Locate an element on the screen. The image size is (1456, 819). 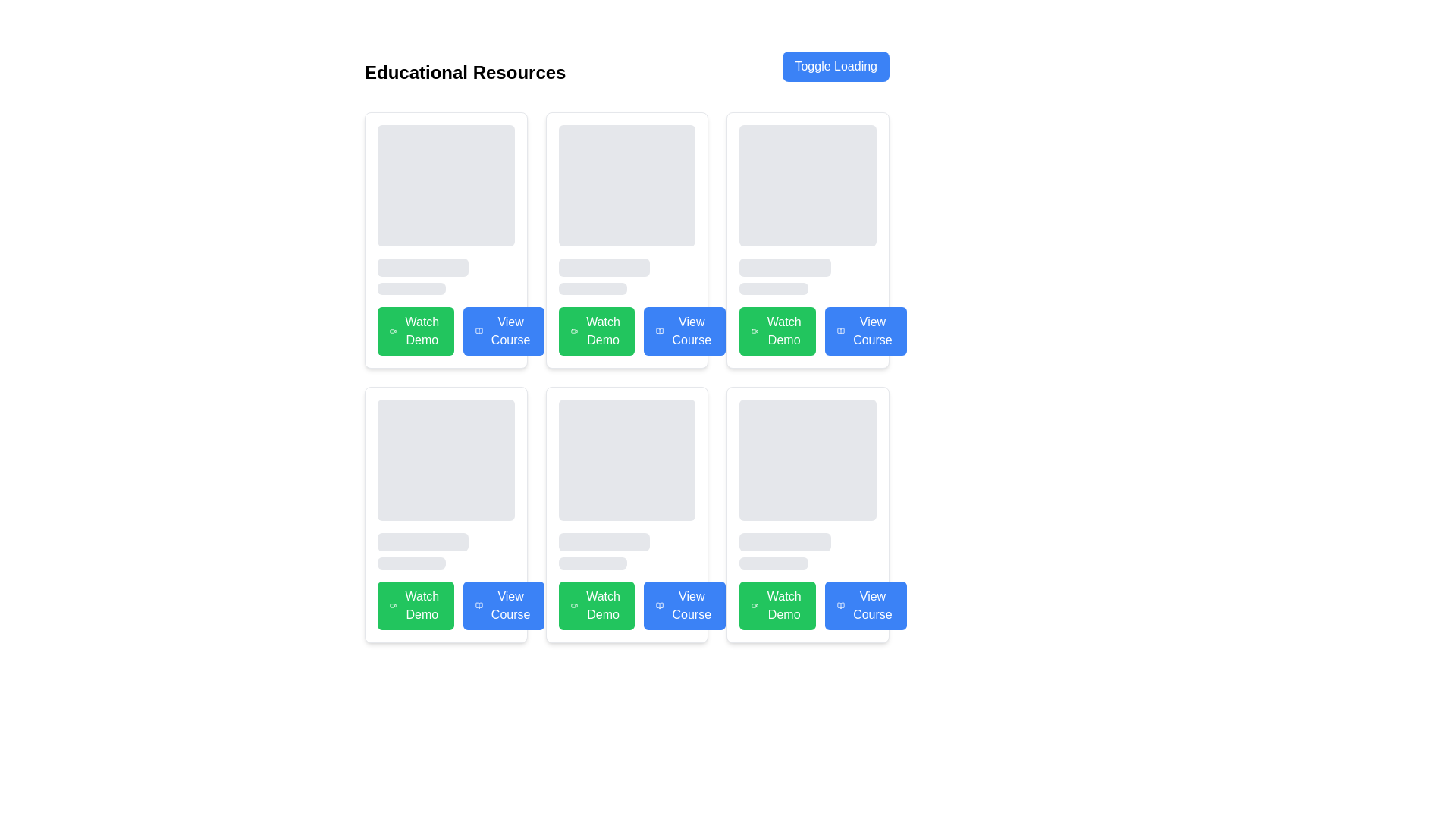
the demo video button located in the bottom-left corner of the top-left card, which is to the left of the 'View Course' button with a blue background is located at coordinates (416, 330).